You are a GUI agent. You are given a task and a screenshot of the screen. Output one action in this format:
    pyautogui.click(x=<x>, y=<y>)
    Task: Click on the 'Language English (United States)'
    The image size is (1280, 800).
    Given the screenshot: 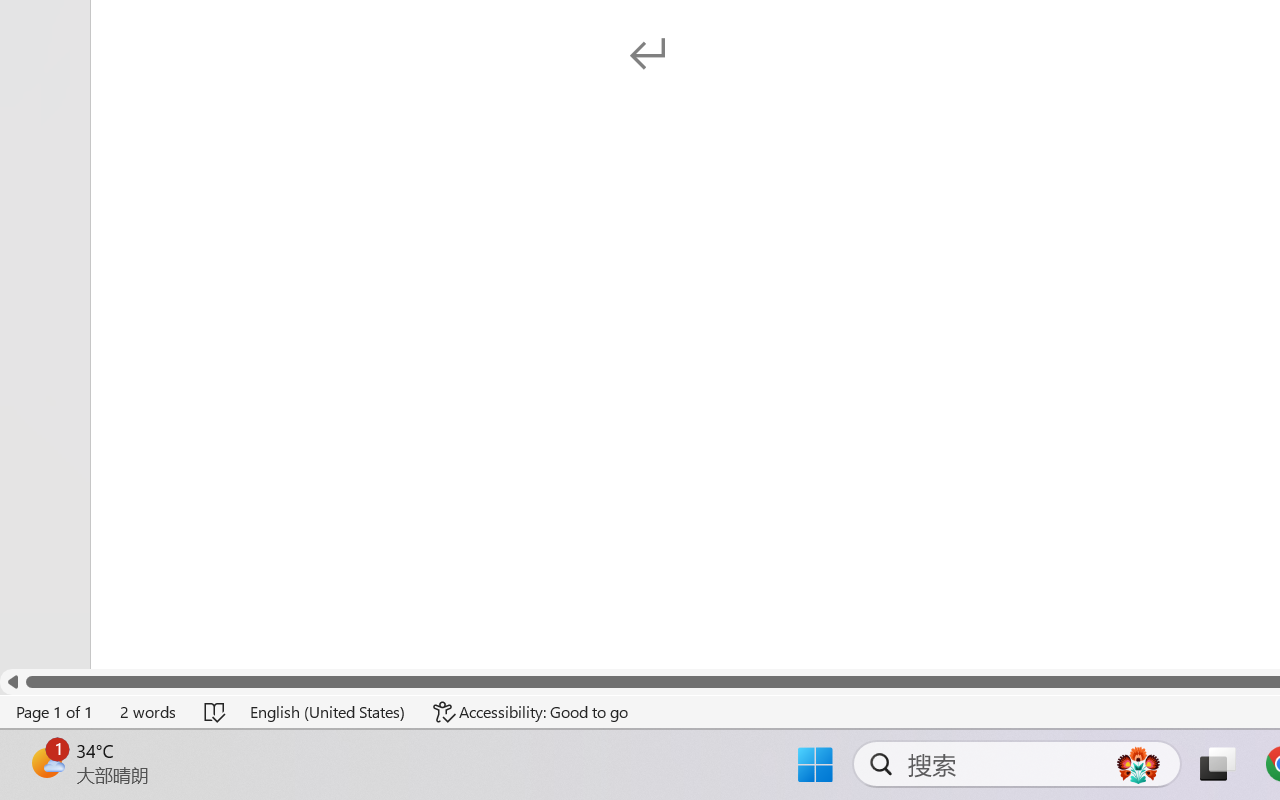 What is the action you would take?
    pyautogui.click(x=328, y=711)
    